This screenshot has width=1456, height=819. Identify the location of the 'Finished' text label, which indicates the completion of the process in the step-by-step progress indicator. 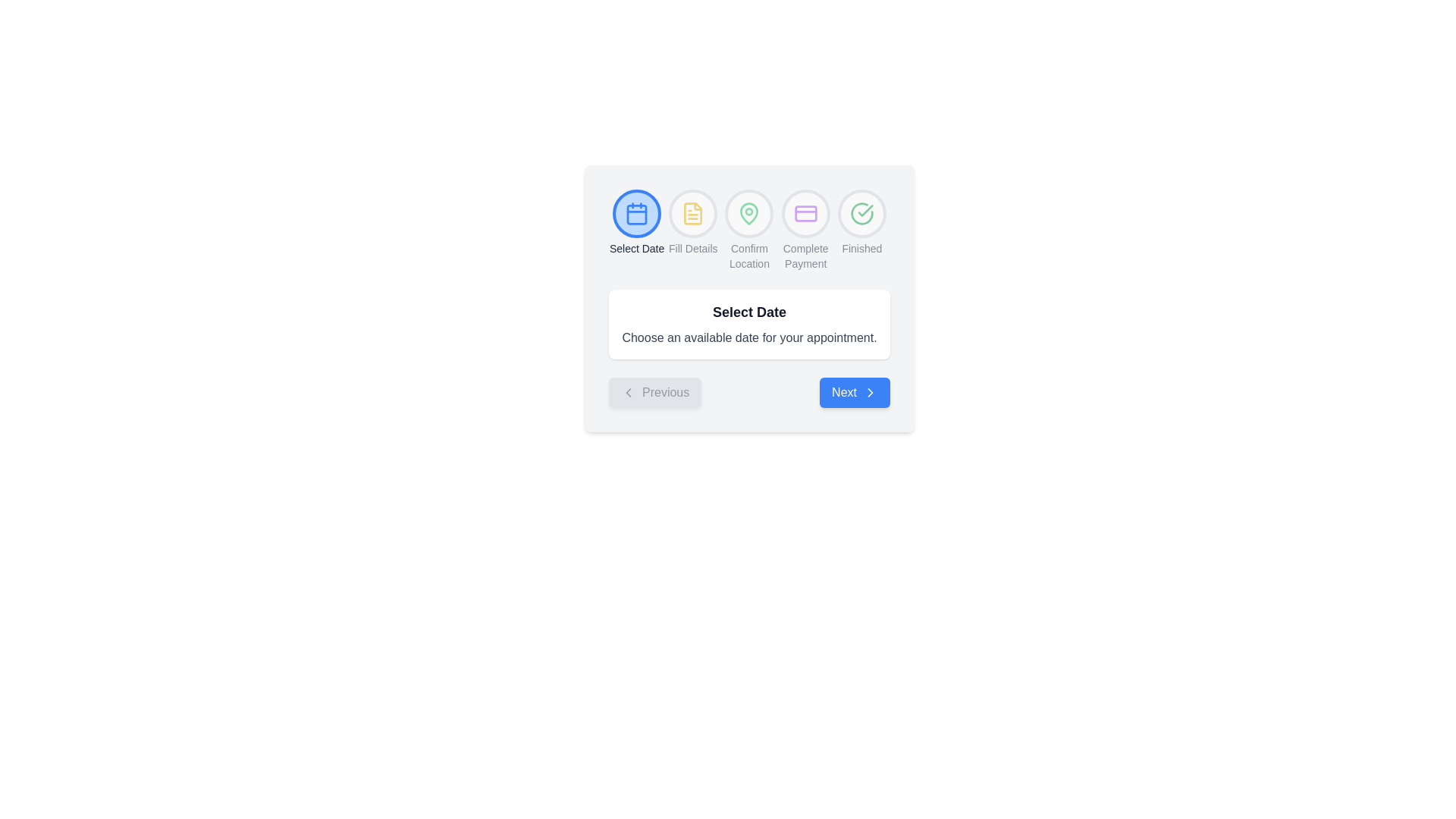
(861, 247).